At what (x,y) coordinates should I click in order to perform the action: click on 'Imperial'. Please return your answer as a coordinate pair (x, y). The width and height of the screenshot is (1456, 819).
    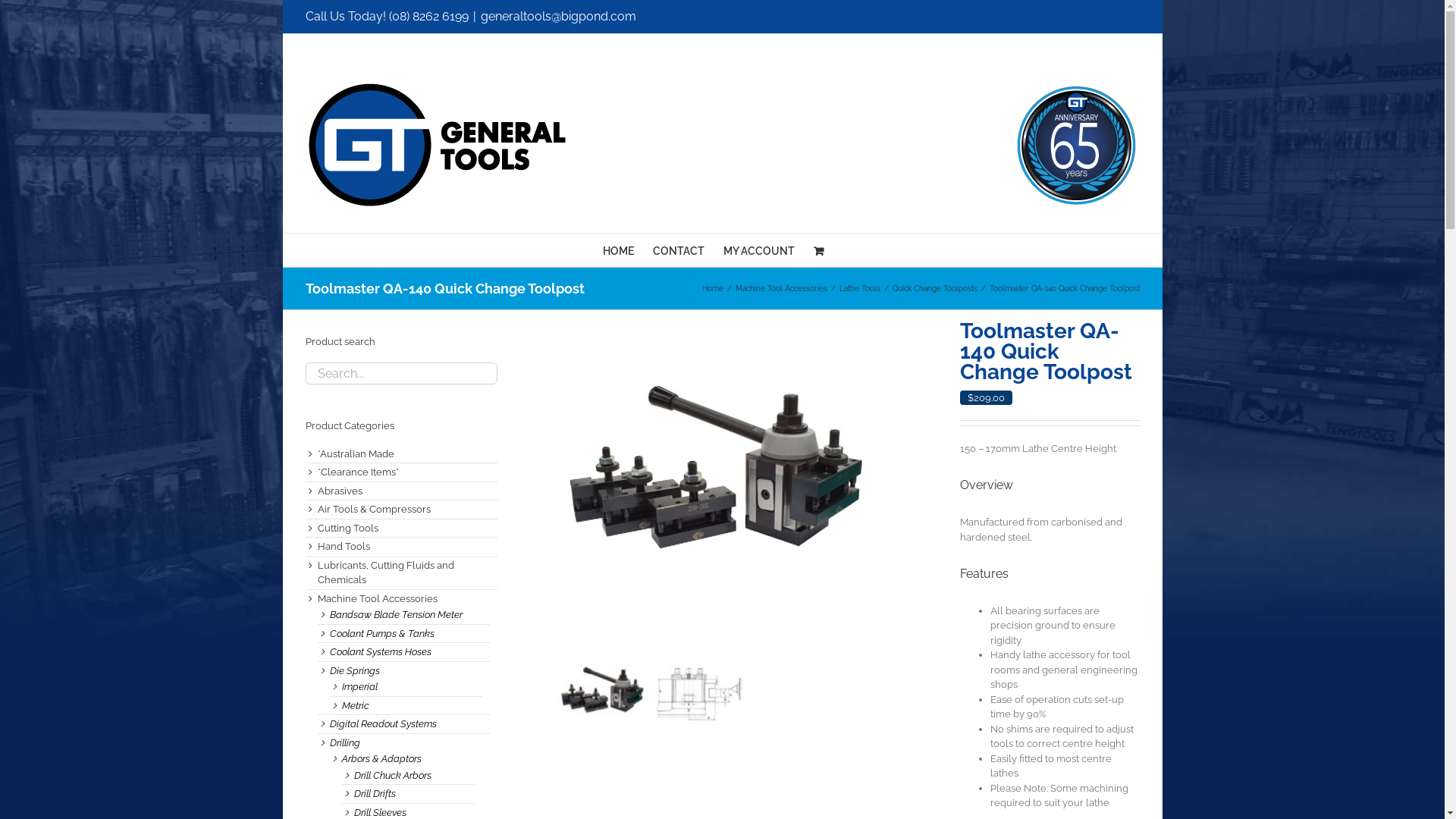
    Looking at the image, I should click on (358, 686).